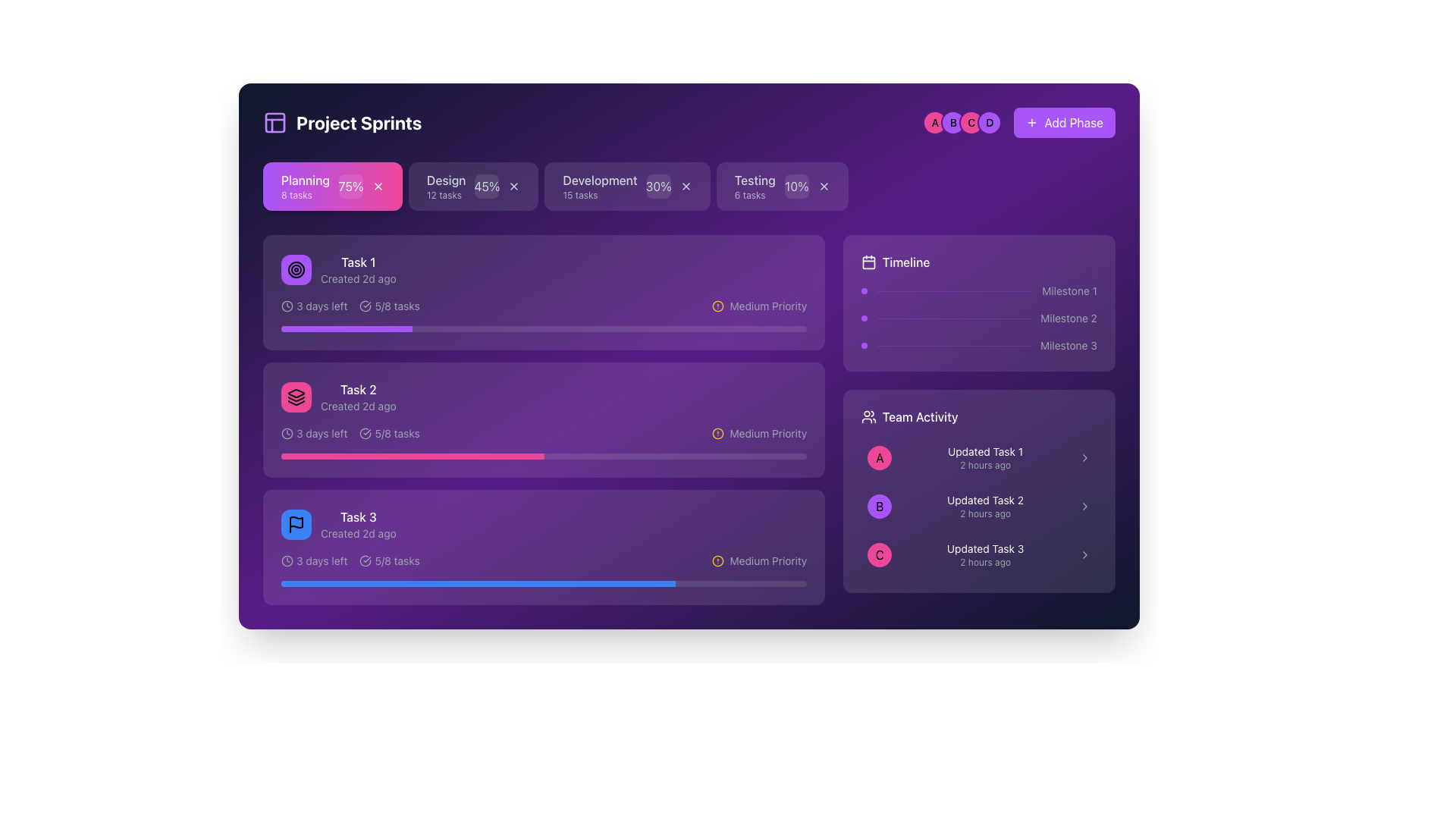 The height and width of the screenshot is (819, 1456). Describe the element at coordinates (357, 406) in the screenshot. I see `the timestamp text label located below 'Task 2' in the second task card of the task list under the 'Planning' category` at that location.